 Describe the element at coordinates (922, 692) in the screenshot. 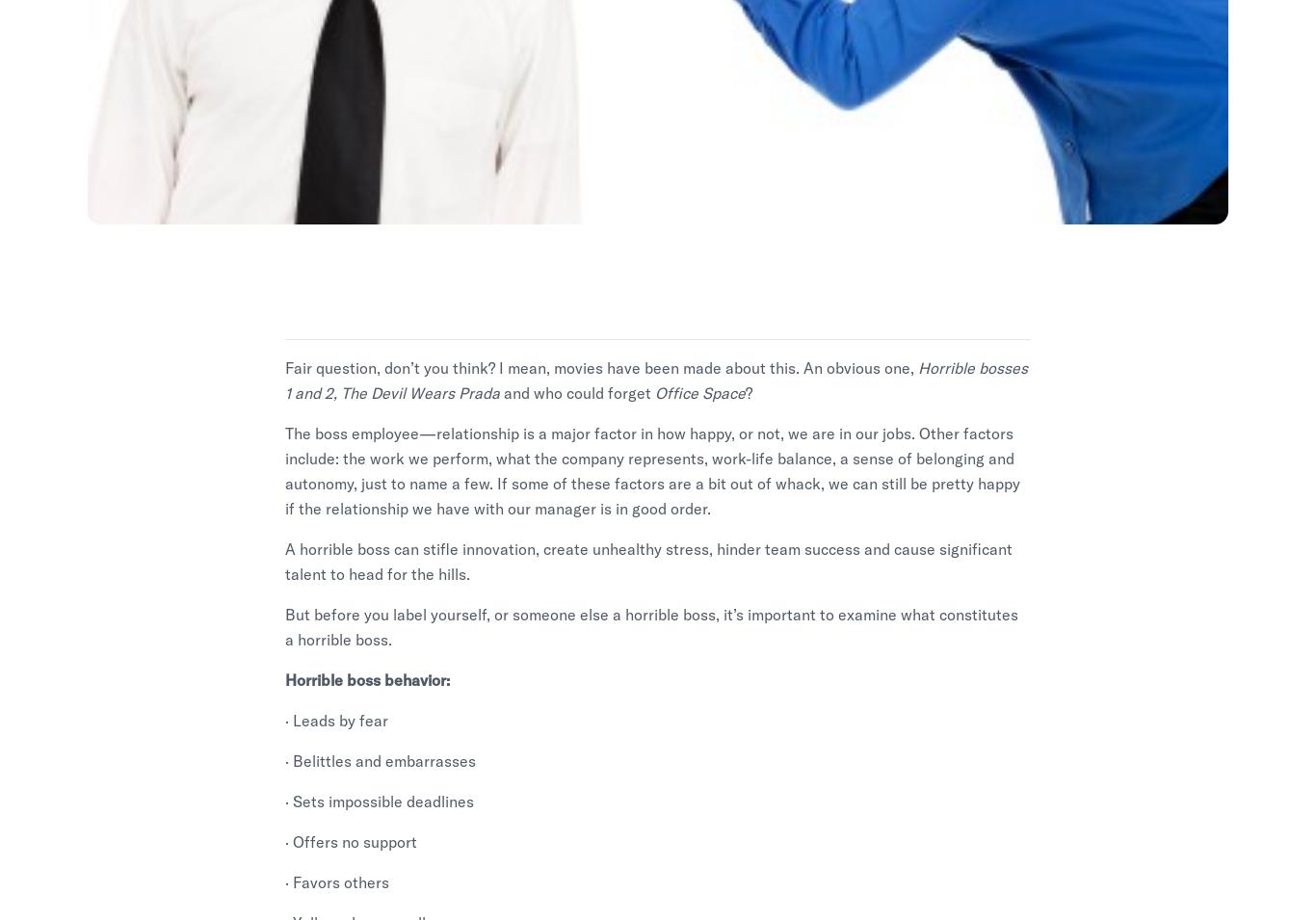

I see `'Code of Ethics'` at that location.